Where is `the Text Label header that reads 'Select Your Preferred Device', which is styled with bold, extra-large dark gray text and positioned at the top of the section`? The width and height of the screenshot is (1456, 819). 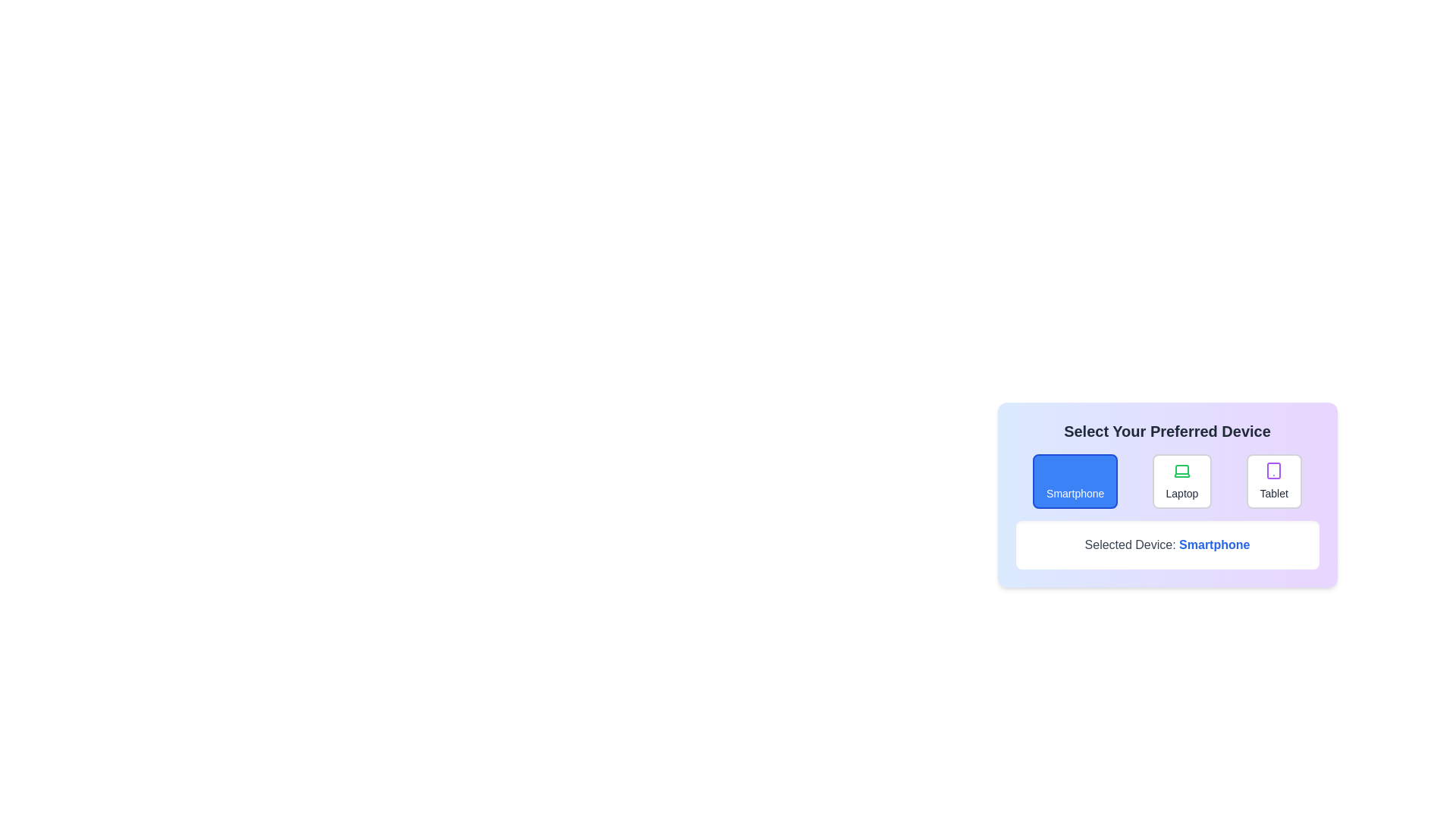 the Text Label header that reads 'Select Your Preferred Device', which is styled with bold, extra-large dark gray text and positioned at the top of the section is located at coordinates (1166, 431).